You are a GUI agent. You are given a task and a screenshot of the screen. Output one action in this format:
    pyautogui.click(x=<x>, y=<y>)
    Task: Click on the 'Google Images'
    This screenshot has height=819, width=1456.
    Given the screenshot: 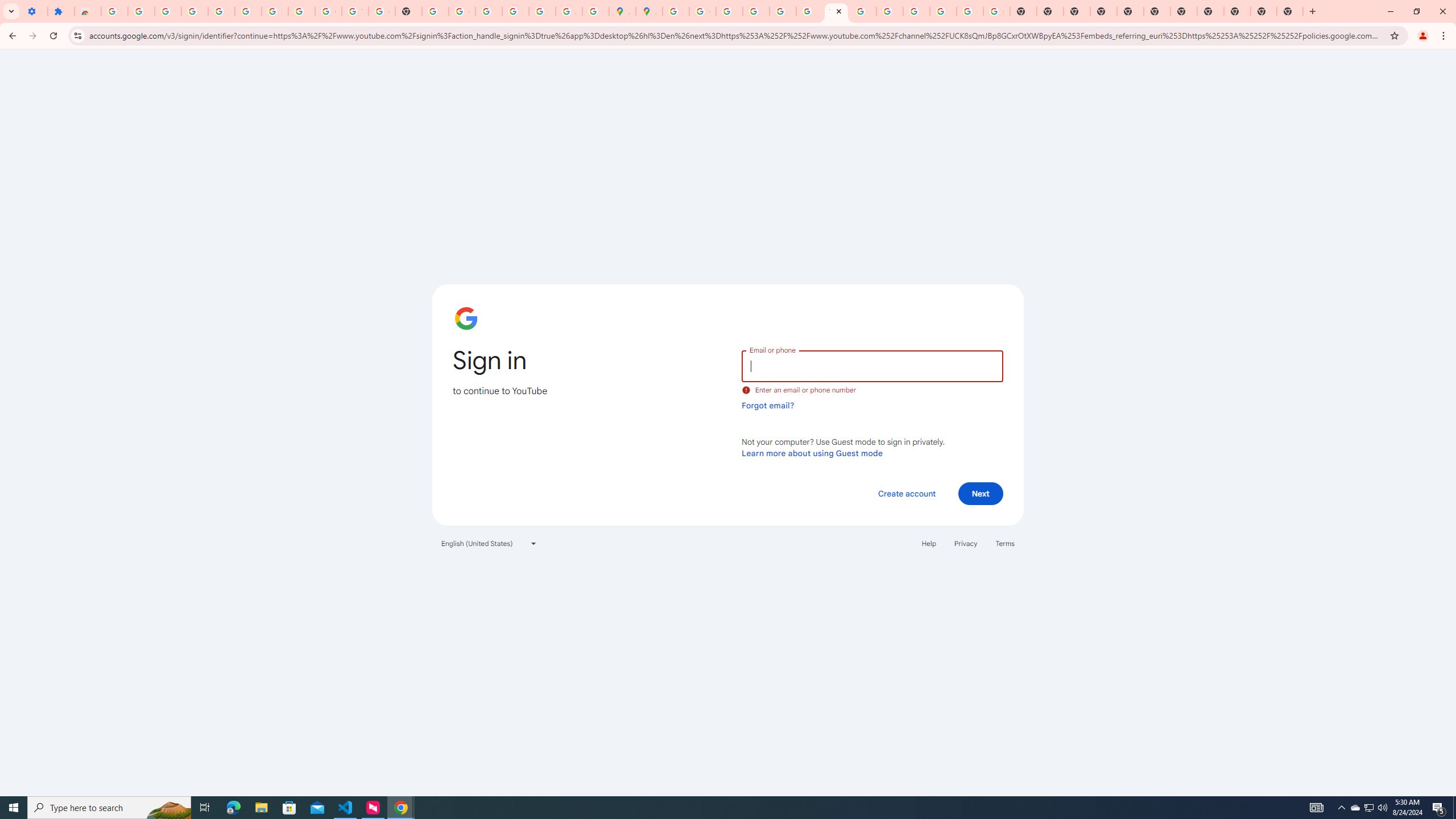 What is the action you would take?
    pyautogui.click(x=996, y=11)
    